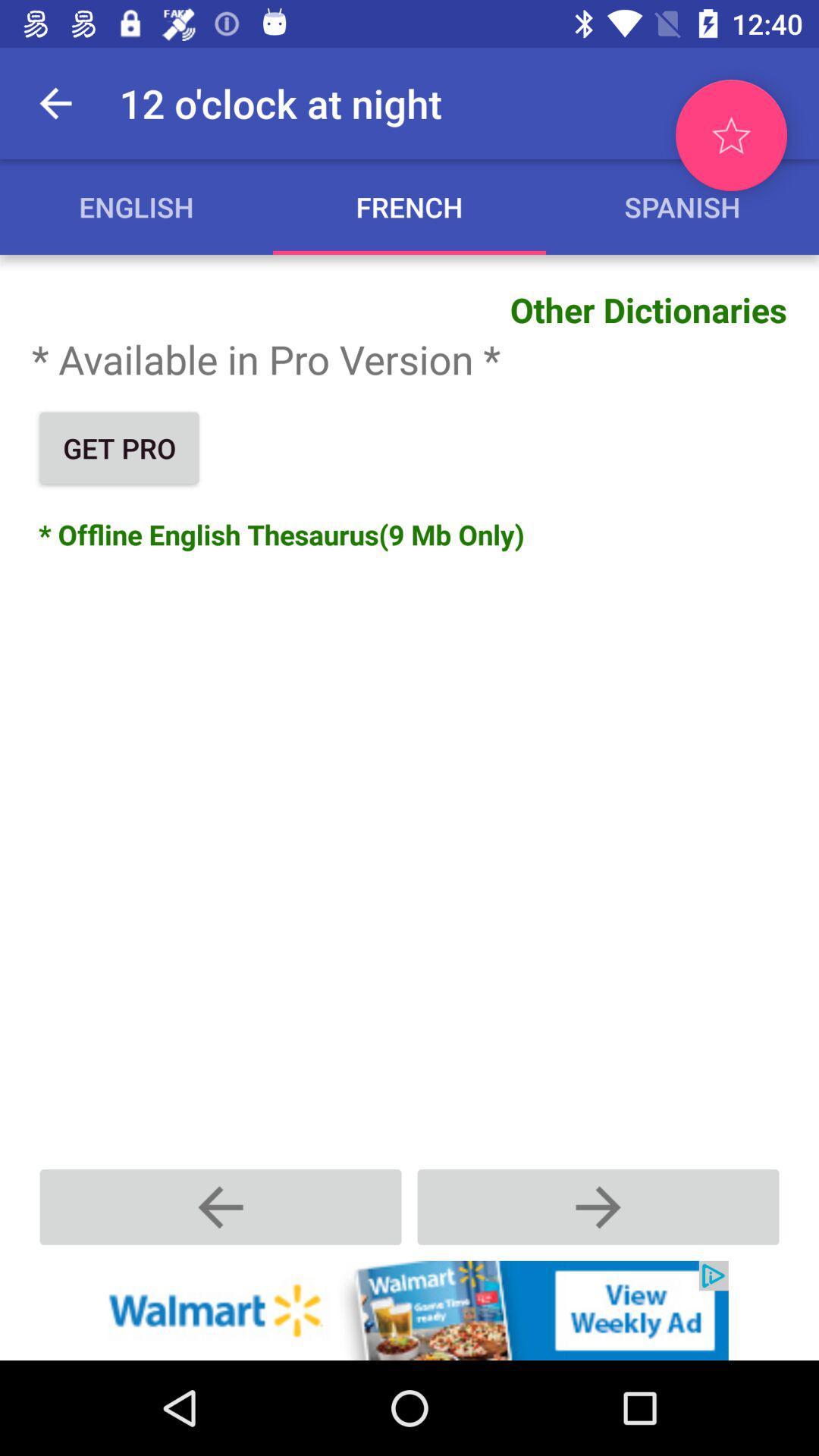 This screenshot has width=819, height=1456. Describe the element at coordinates (730, 135) in the screenshot. I see `to favorite` at that location.